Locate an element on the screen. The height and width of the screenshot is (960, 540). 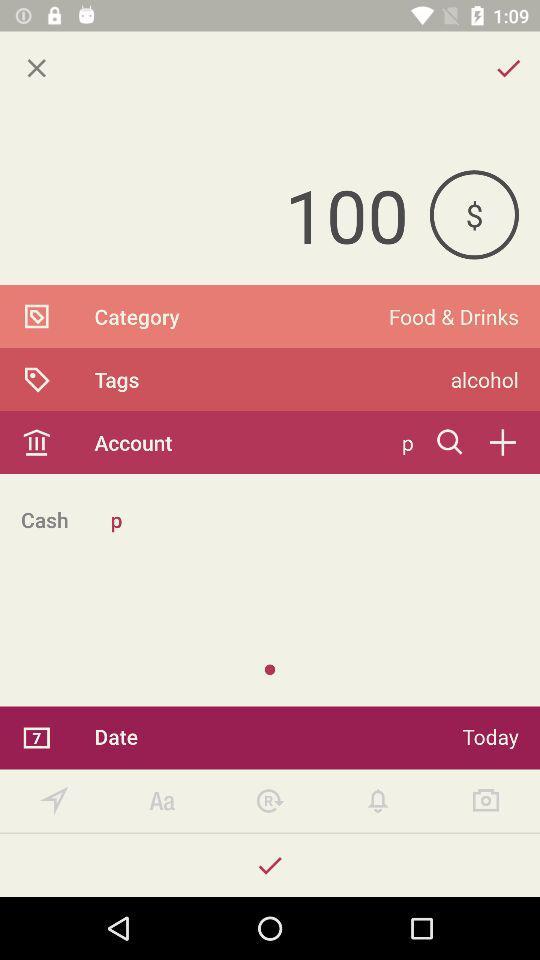
save is located at coordinates (270, 864).